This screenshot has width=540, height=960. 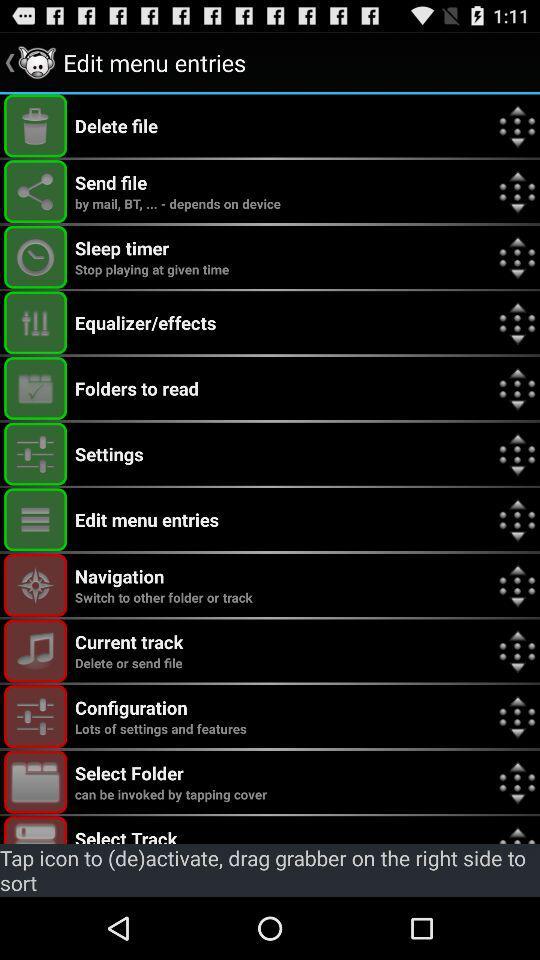 What do you see at coordinates (35, 830) in the screenshot?
I see `track option` at bounding box center [35, 830].